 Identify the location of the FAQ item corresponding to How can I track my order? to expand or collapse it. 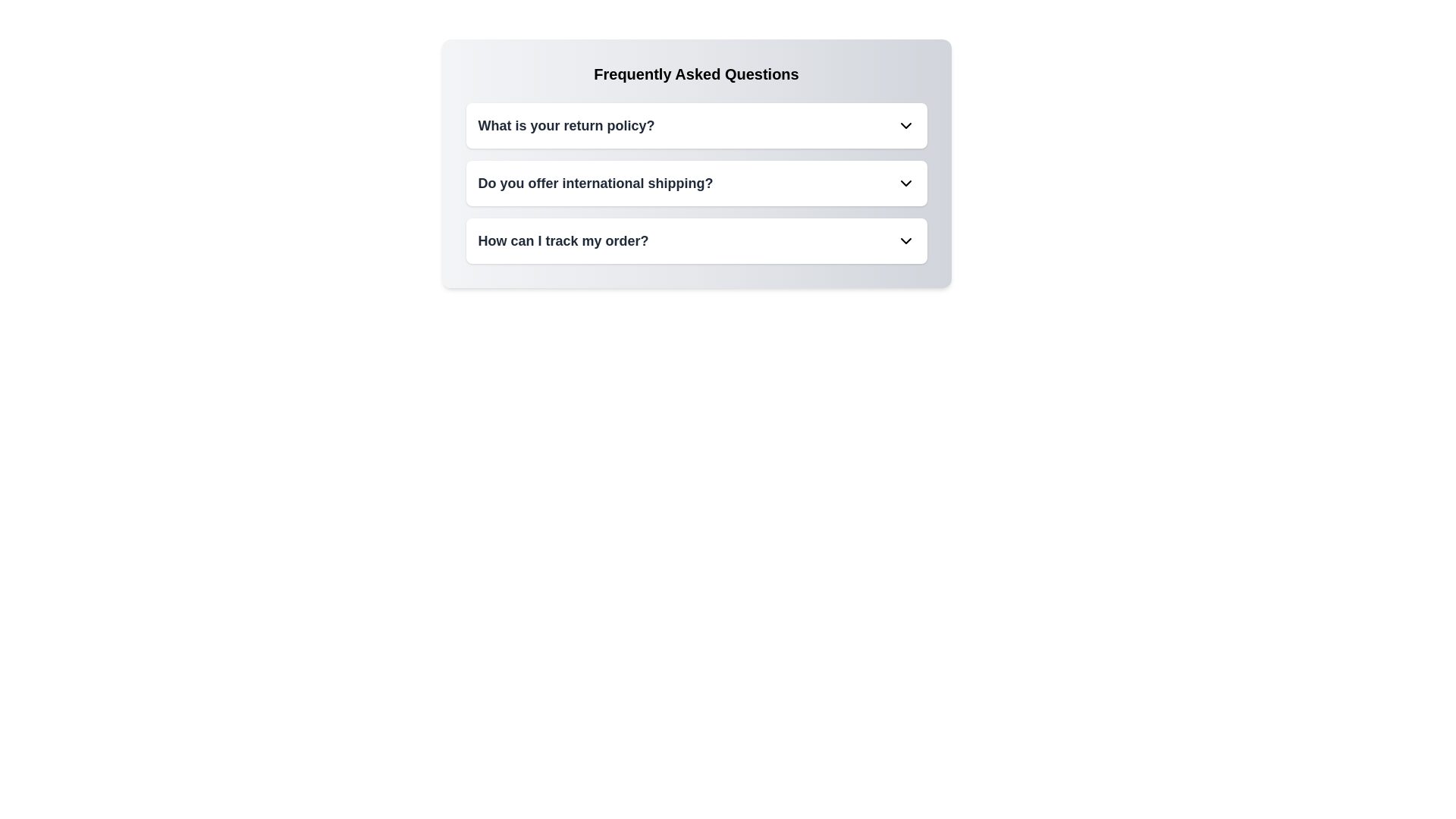
(695, 240).